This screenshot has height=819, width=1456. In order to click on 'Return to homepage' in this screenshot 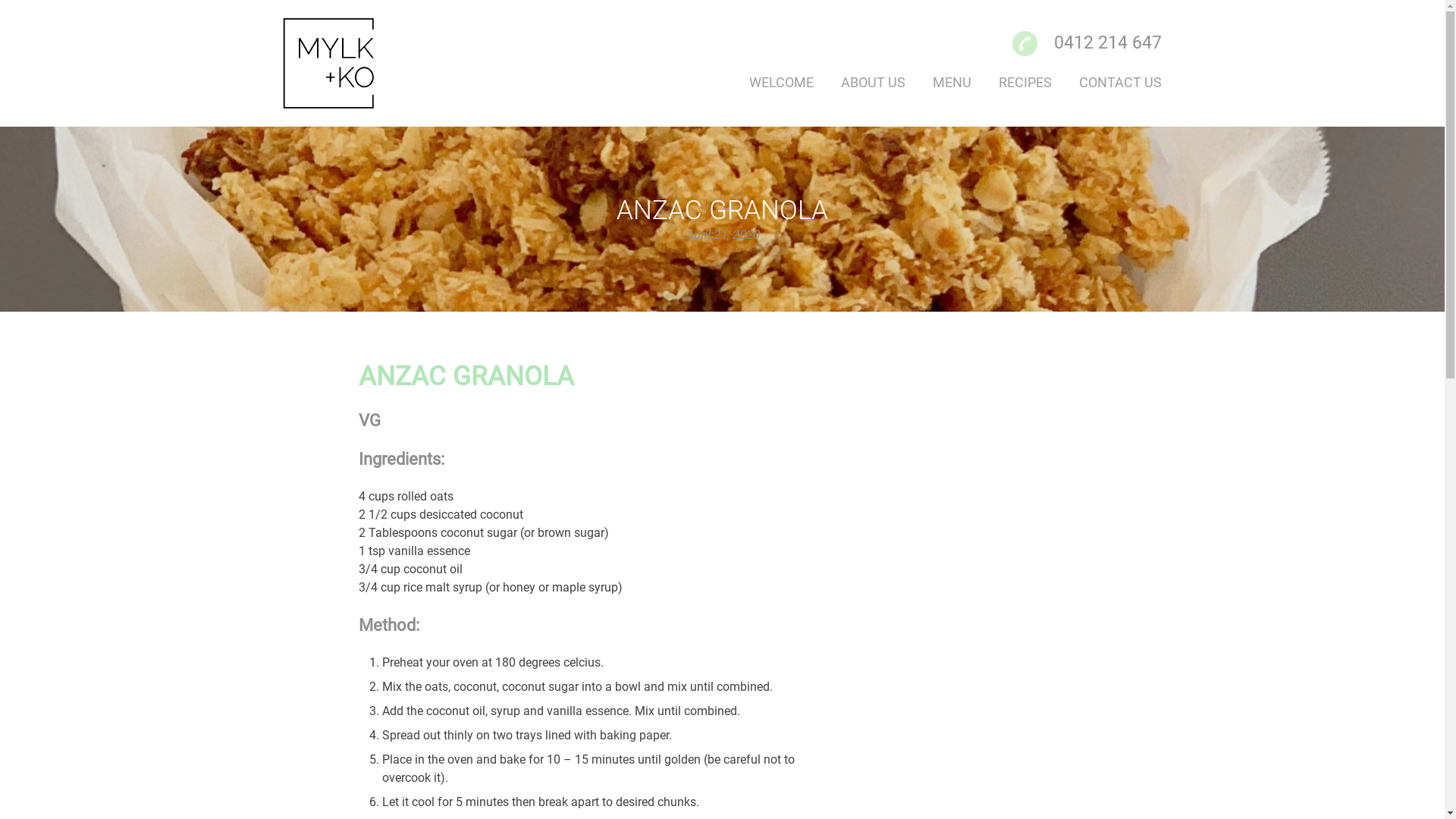, I will do `click(345, 62)`.